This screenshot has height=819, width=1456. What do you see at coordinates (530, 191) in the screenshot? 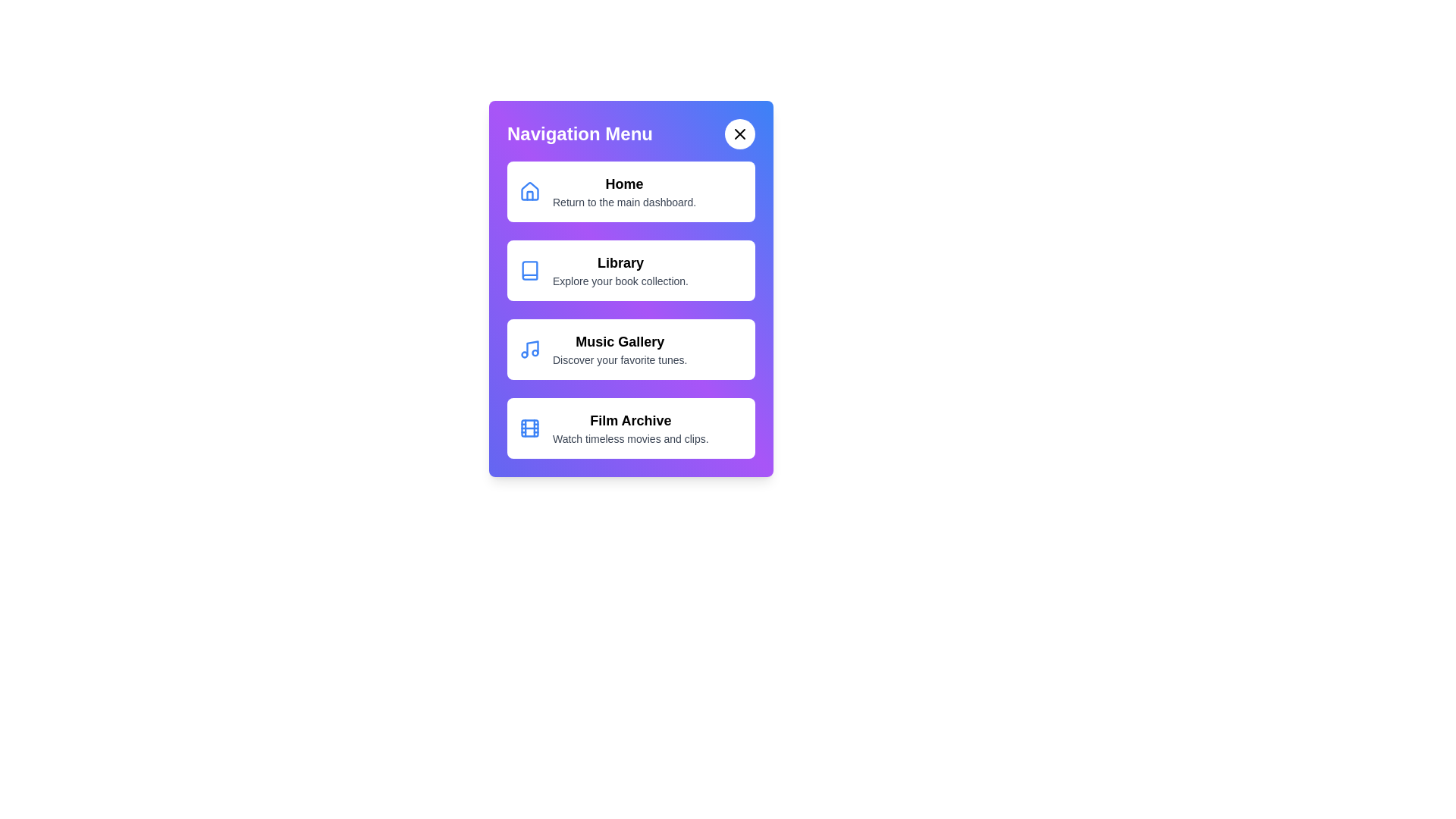
I see `the icon of the menu item labeled Home` at bounding box center [530, 191].